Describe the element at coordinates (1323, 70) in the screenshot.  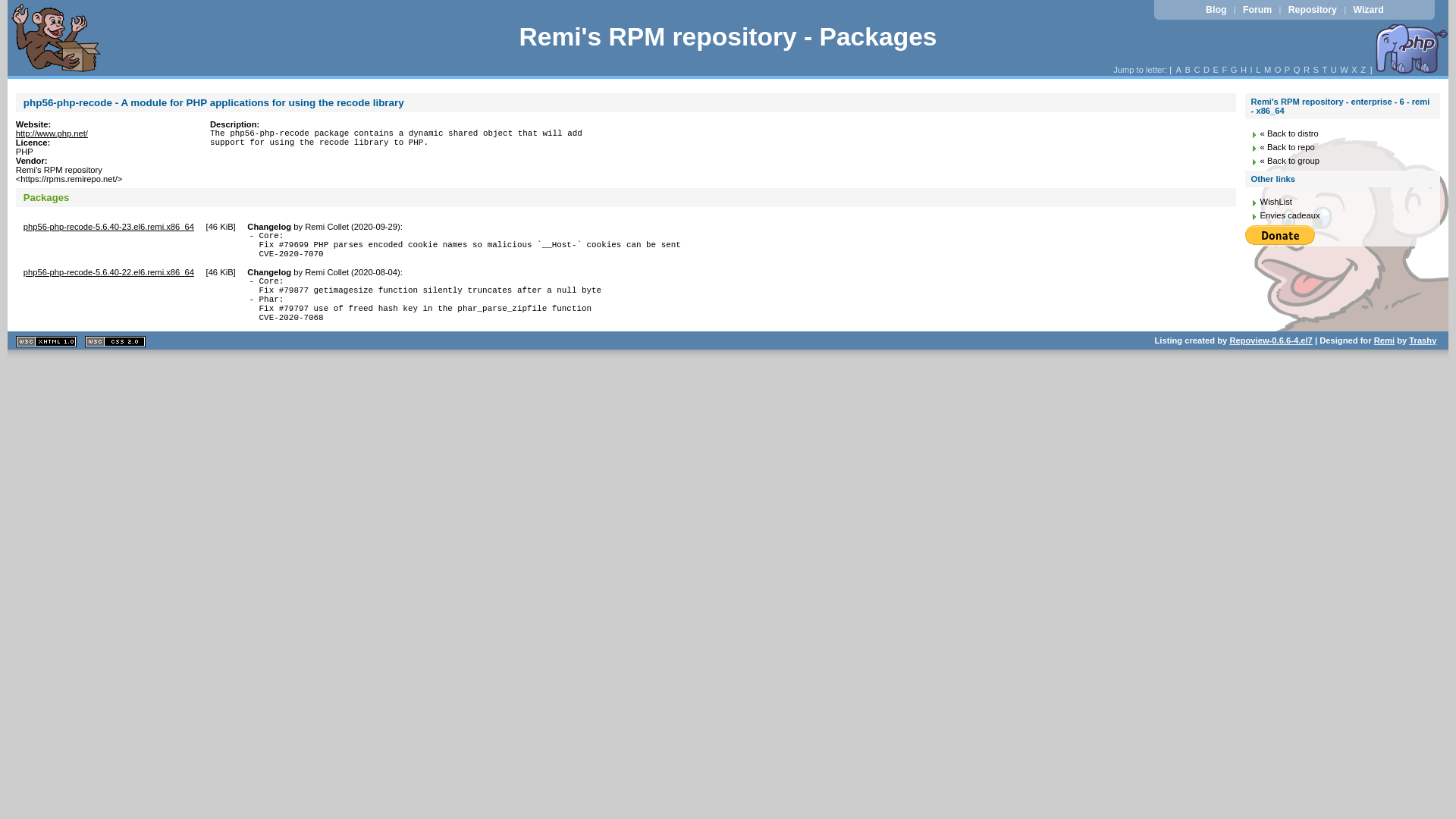
I see `'T'` at that location.